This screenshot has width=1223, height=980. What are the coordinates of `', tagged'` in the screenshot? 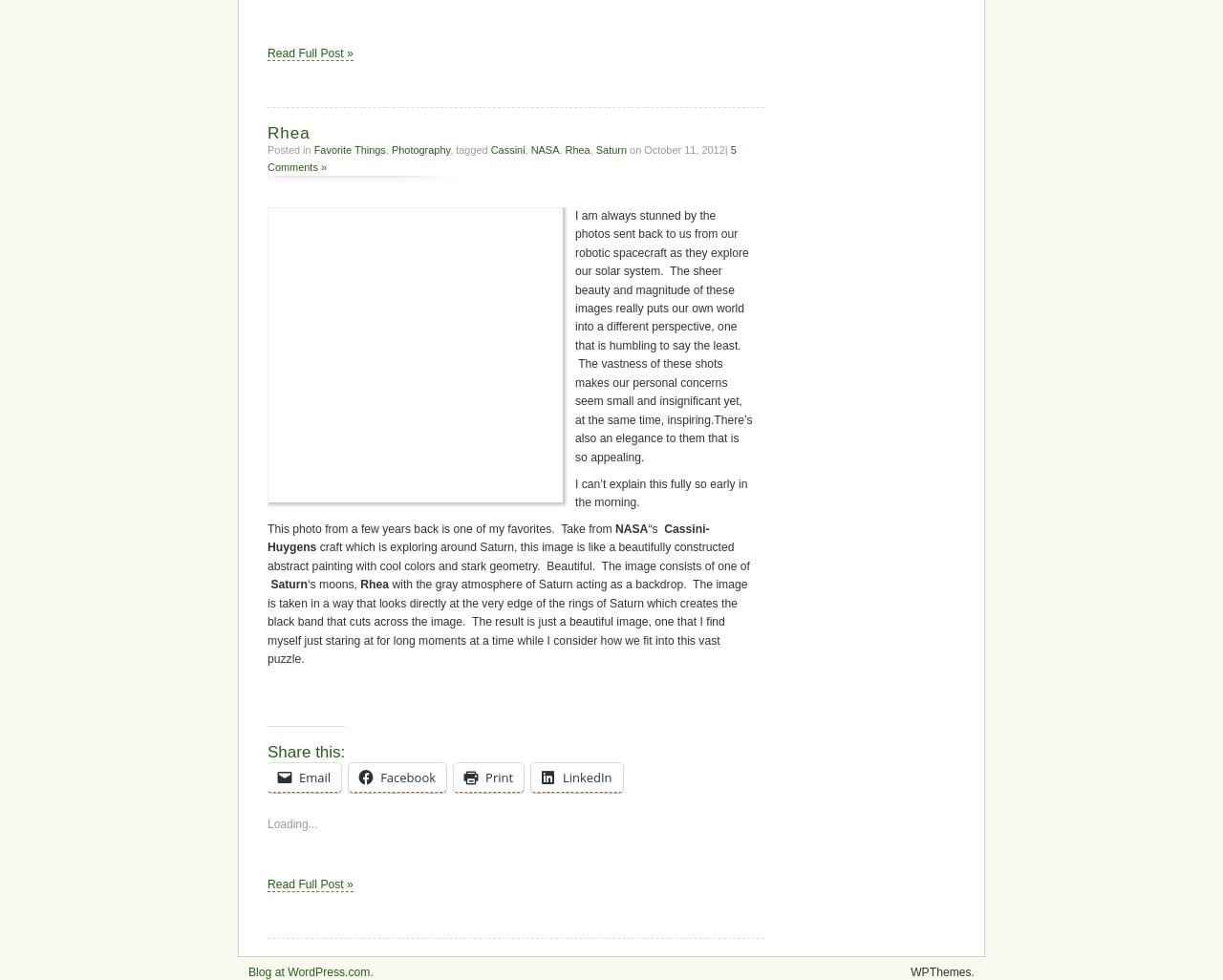 It's located at (470, 585).